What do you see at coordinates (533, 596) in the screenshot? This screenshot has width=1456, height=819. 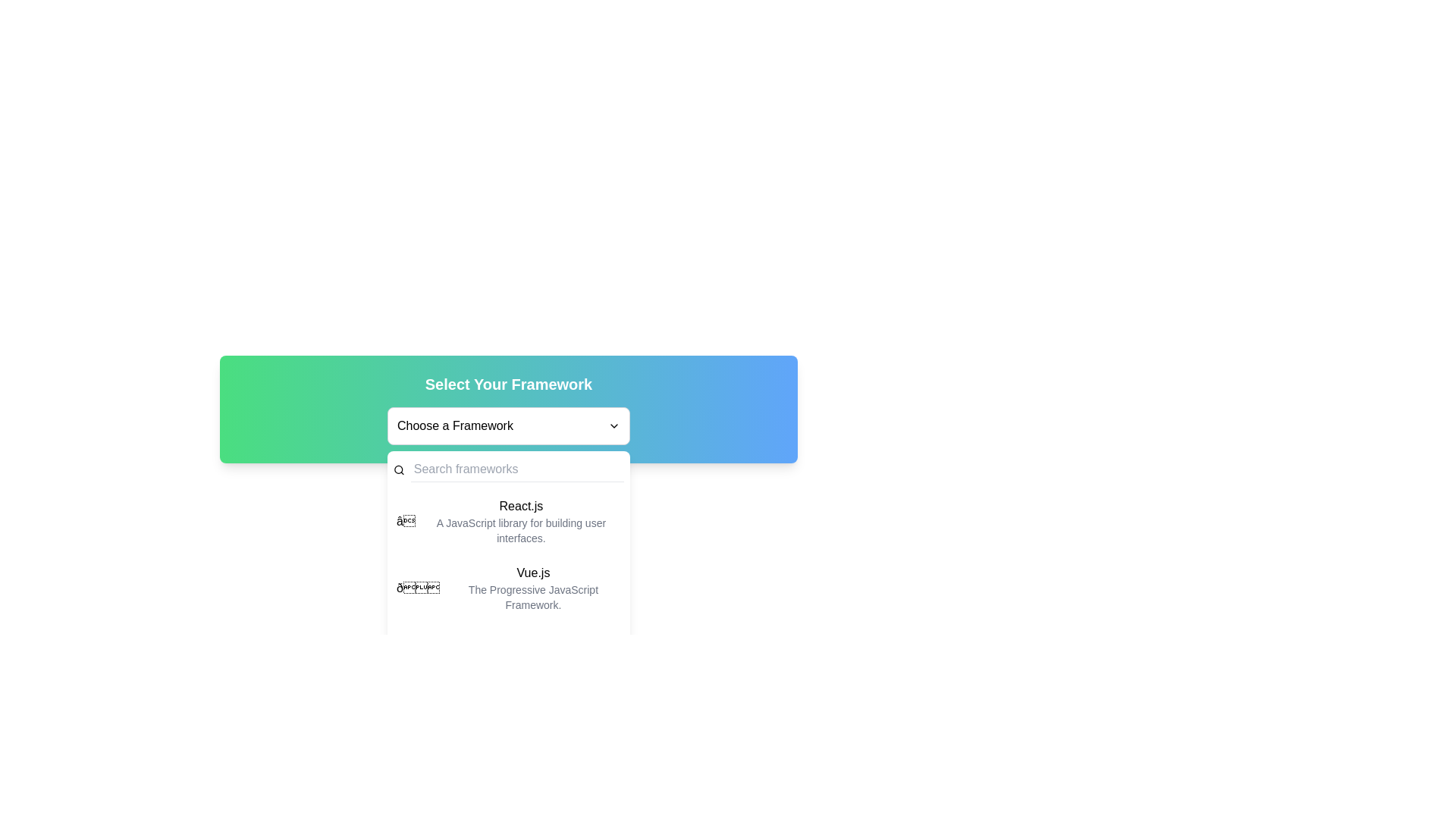 I see `contextual help text label located directly below the 'Vue.js' heading within the framework options dropdown menu` at bounding box center [533, 596].